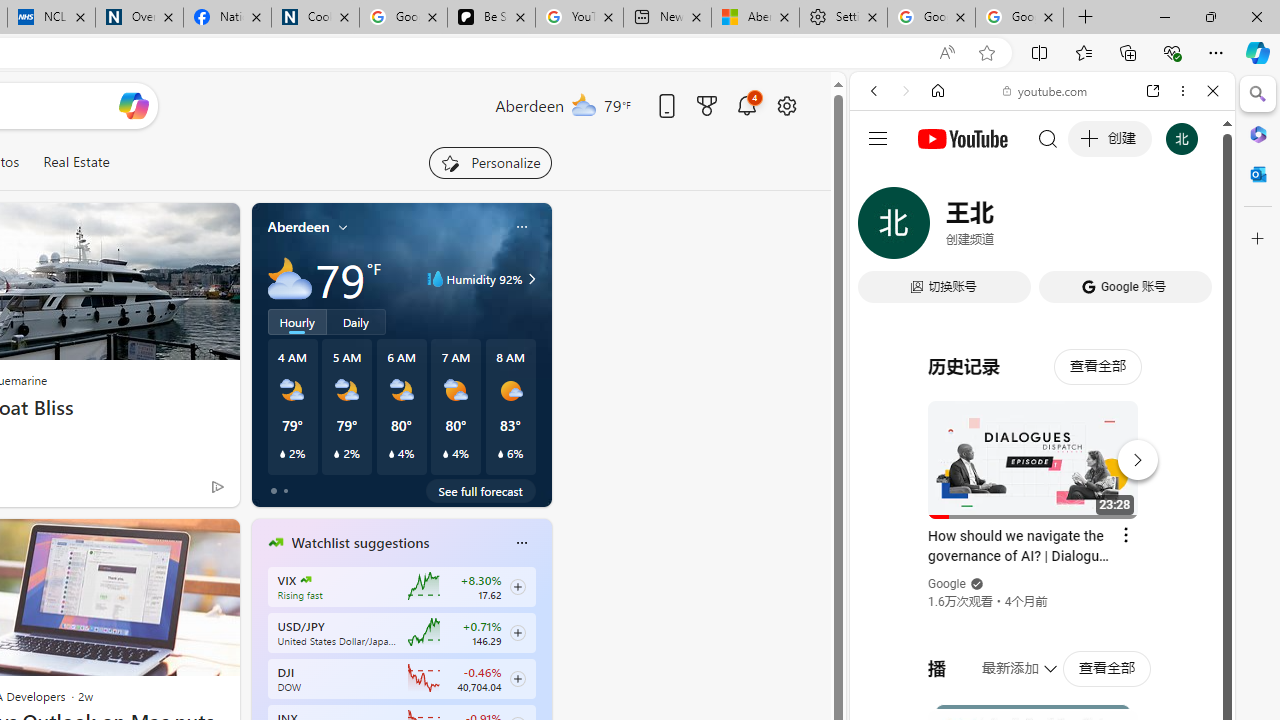  What do you see at coordinates (1257, 238) in the screenshot?
I see `'Close Customize pane'` at bounding box center [1257, 238].